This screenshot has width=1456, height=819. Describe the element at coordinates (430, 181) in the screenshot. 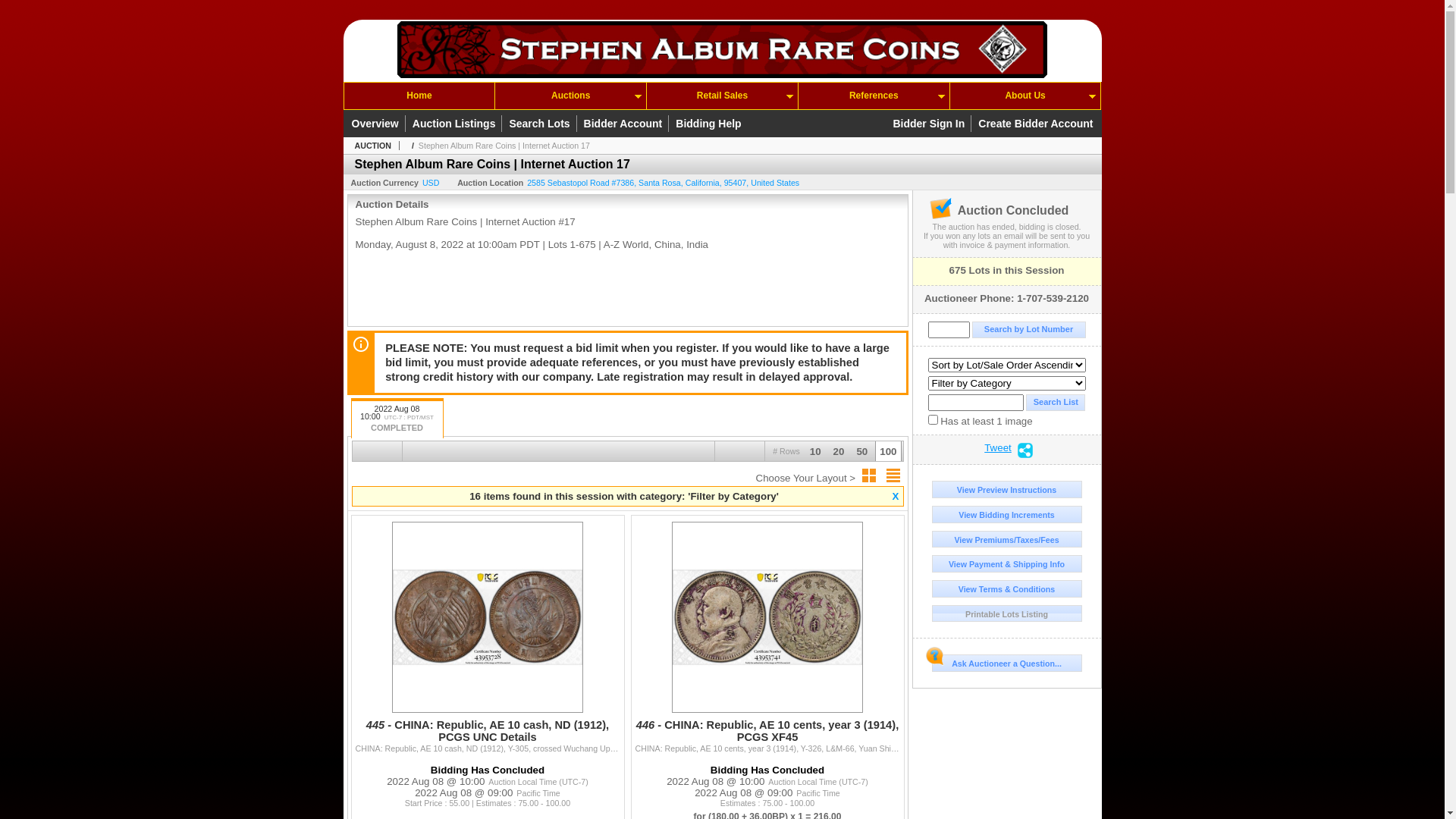

I see `'USD'` at that location.